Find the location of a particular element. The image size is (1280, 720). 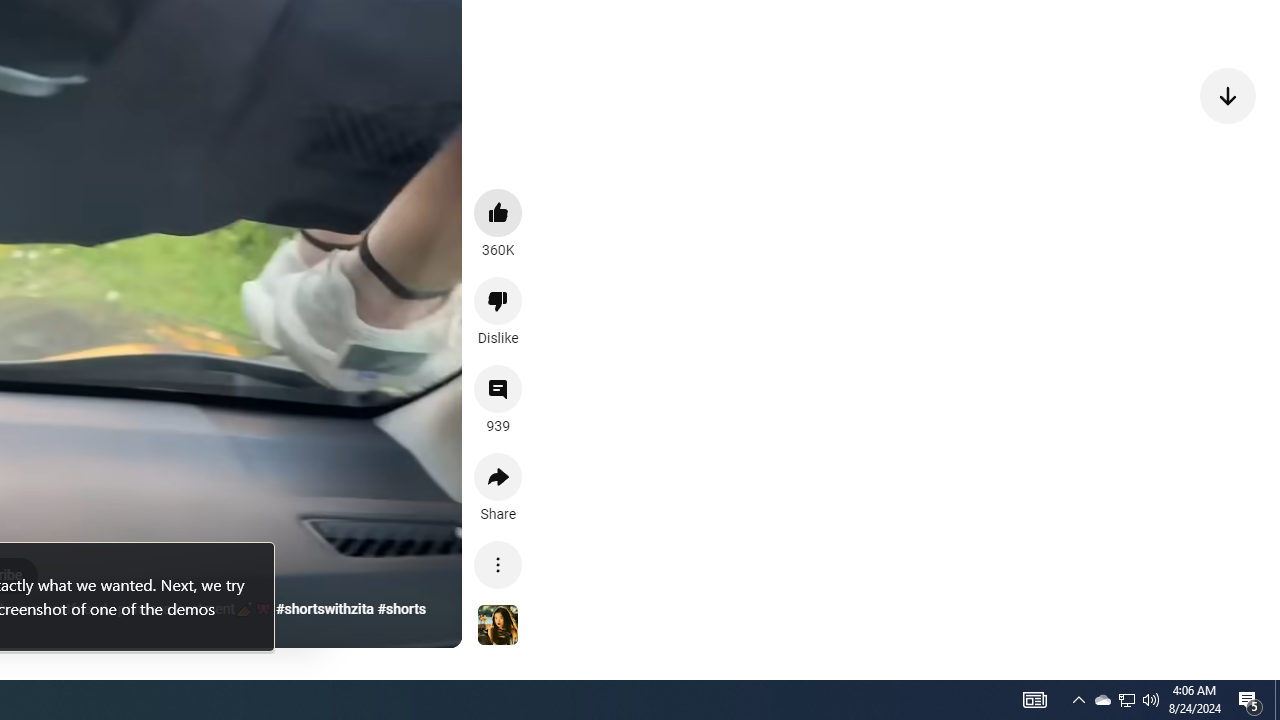

'like this video along with 360K other people' is located at coordinates (498, 212).